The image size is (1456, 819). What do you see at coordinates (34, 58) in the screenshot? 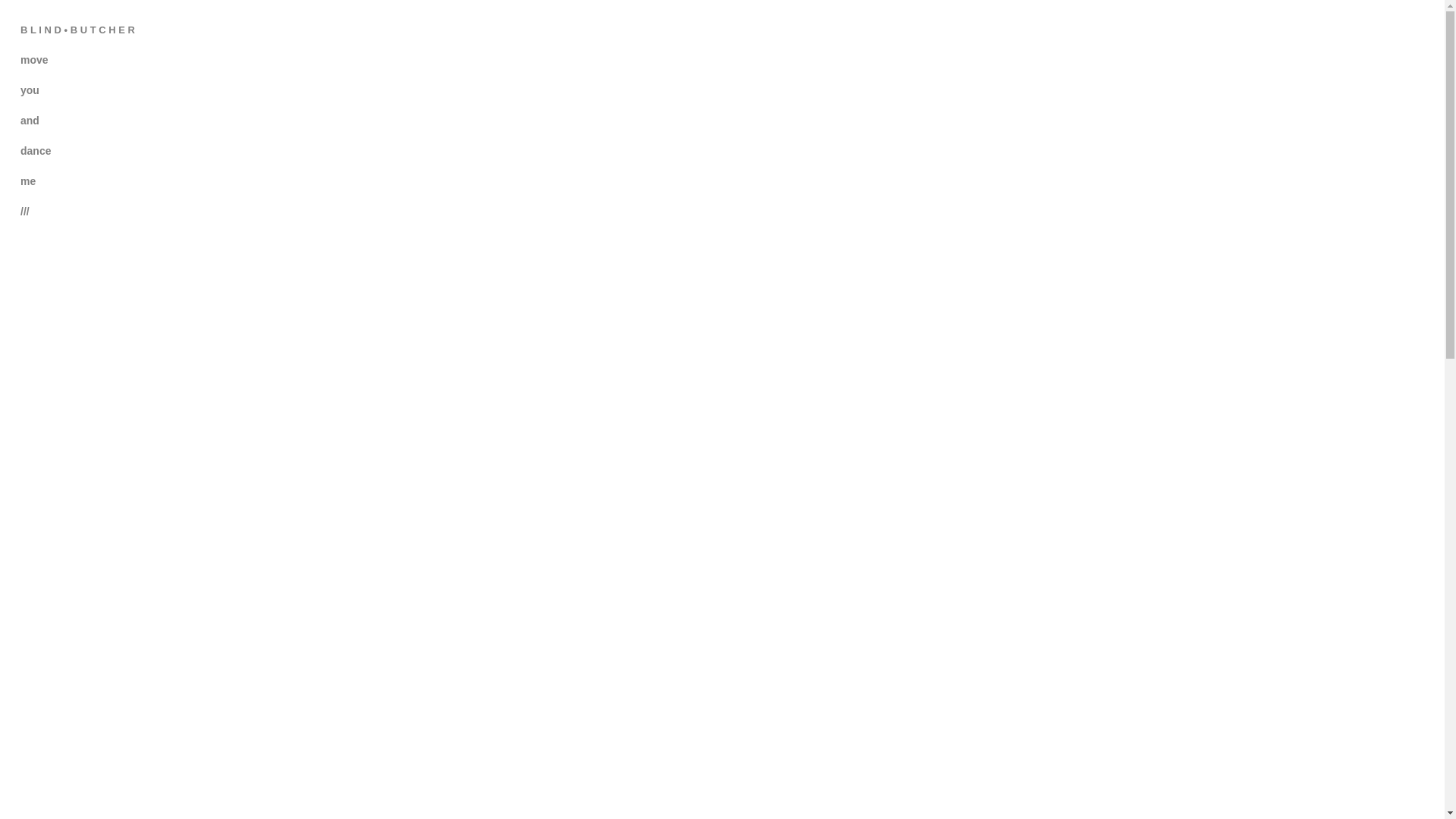
I see `'move'` at bounding box center [34, 58].